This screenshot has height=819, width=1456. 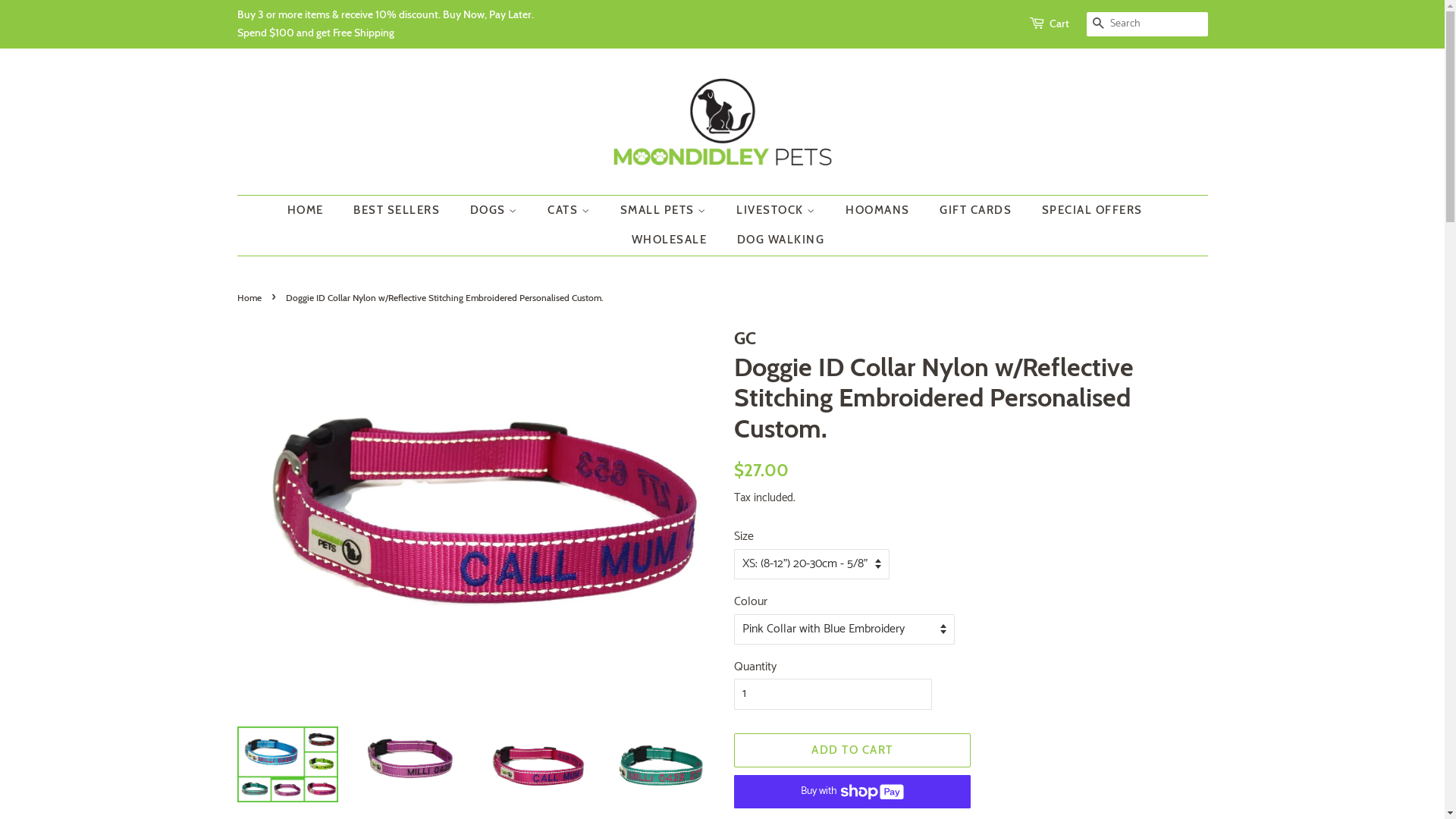 I want to click on 'Home', so click(x=250, y=297).